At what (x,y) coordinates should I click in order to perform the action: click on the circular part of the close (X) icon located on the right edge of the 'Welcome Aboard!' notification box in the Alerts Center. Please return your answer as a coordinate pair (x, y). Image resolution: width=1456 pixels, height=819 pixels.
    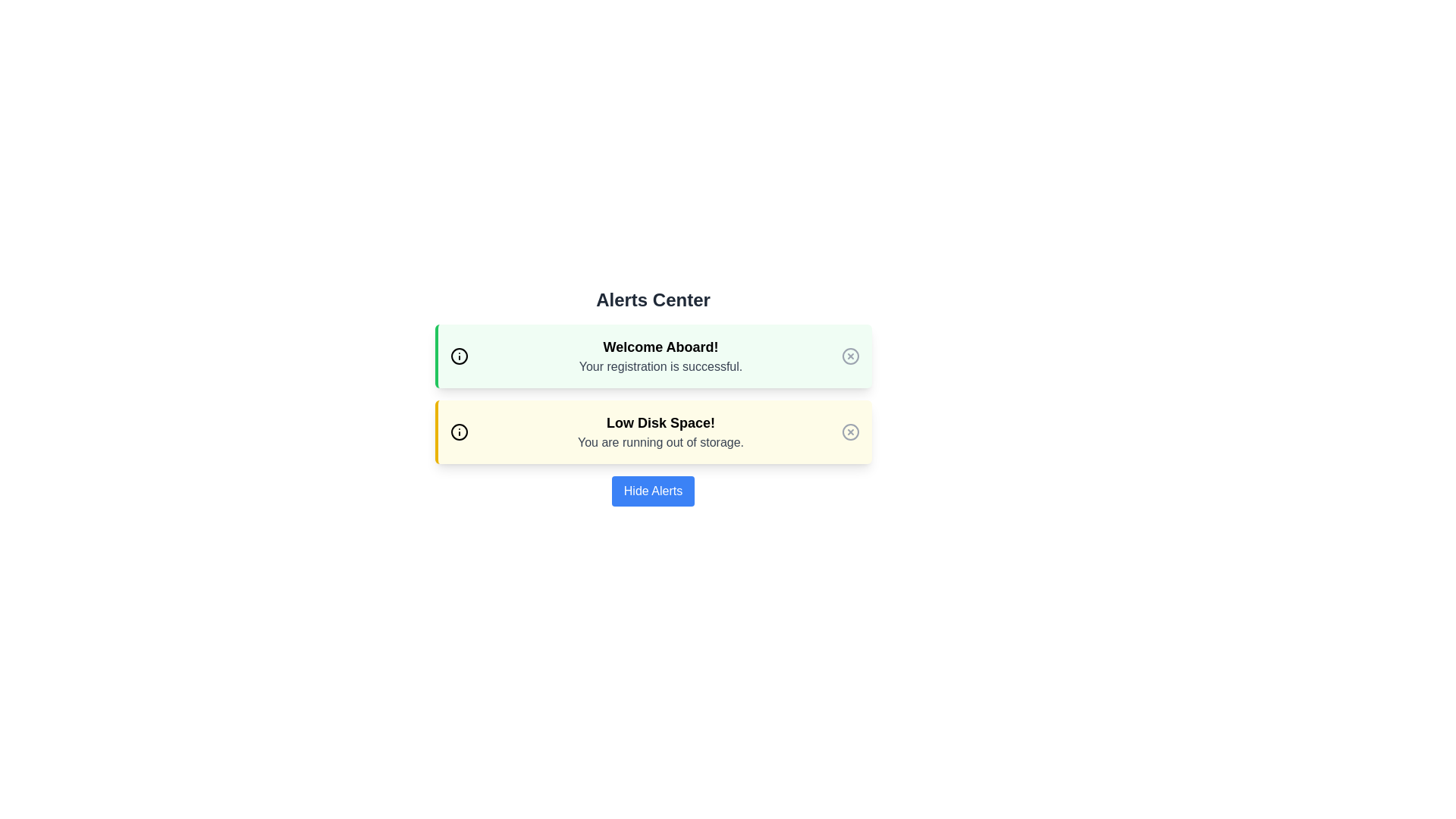
    Looking at the image, I should click on (850, 356).